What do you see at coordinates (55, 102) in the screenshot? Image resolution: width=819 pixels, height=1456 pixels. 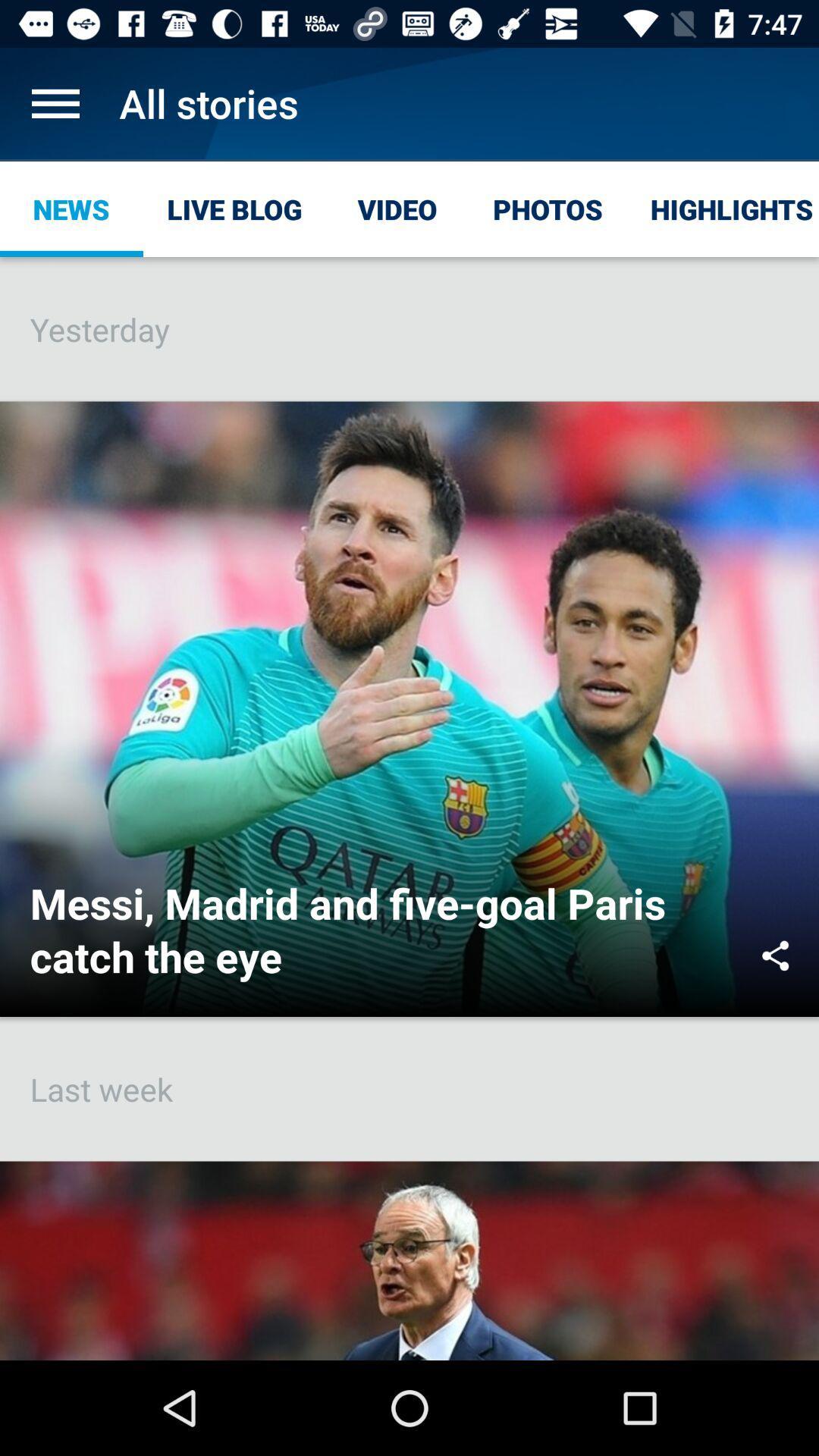 I see `open menu` at bounding box center [55, 102].